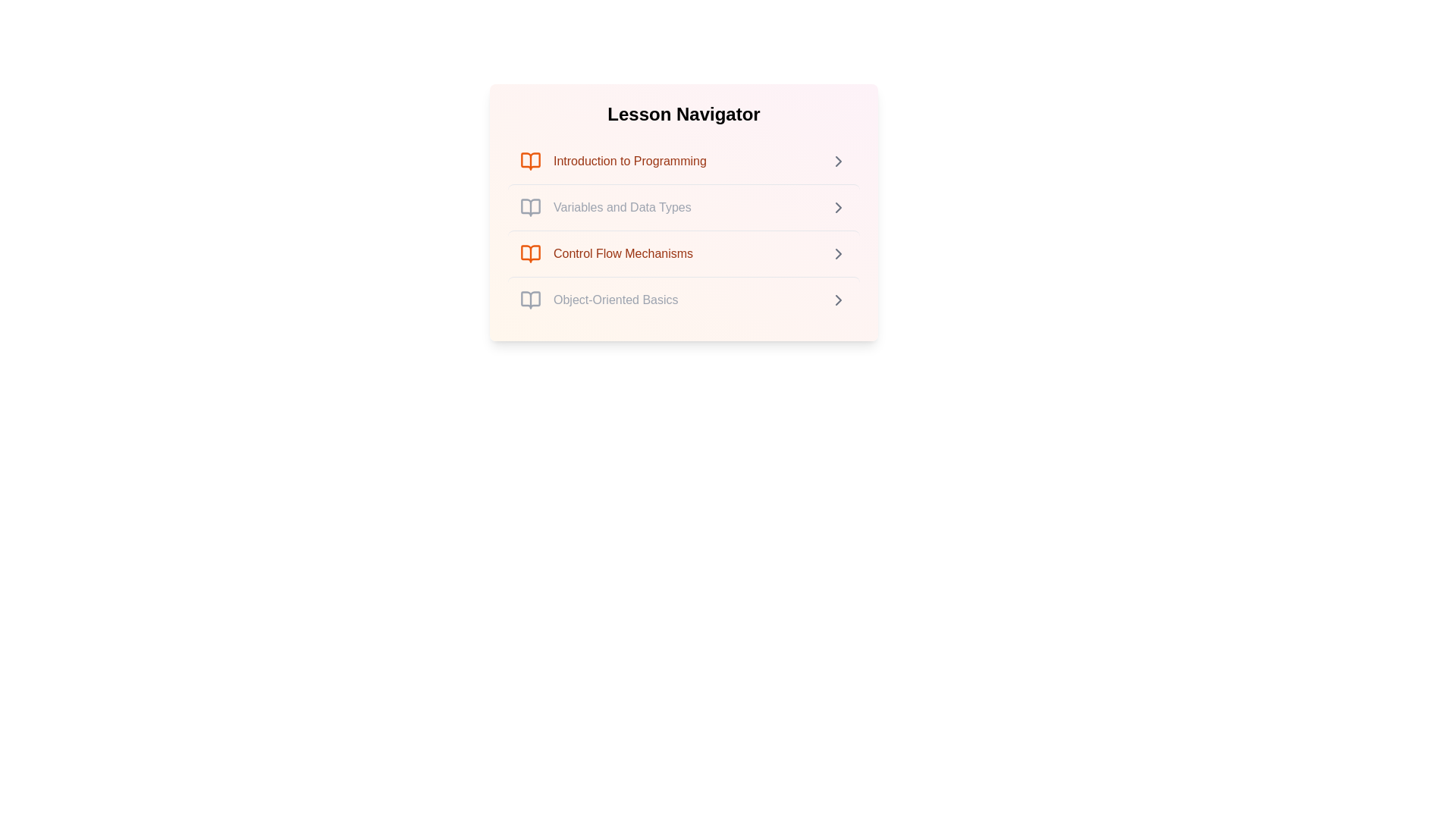  I want to click on the lesson item corresponding to Object-Oriented Basics, so click(683, 300).